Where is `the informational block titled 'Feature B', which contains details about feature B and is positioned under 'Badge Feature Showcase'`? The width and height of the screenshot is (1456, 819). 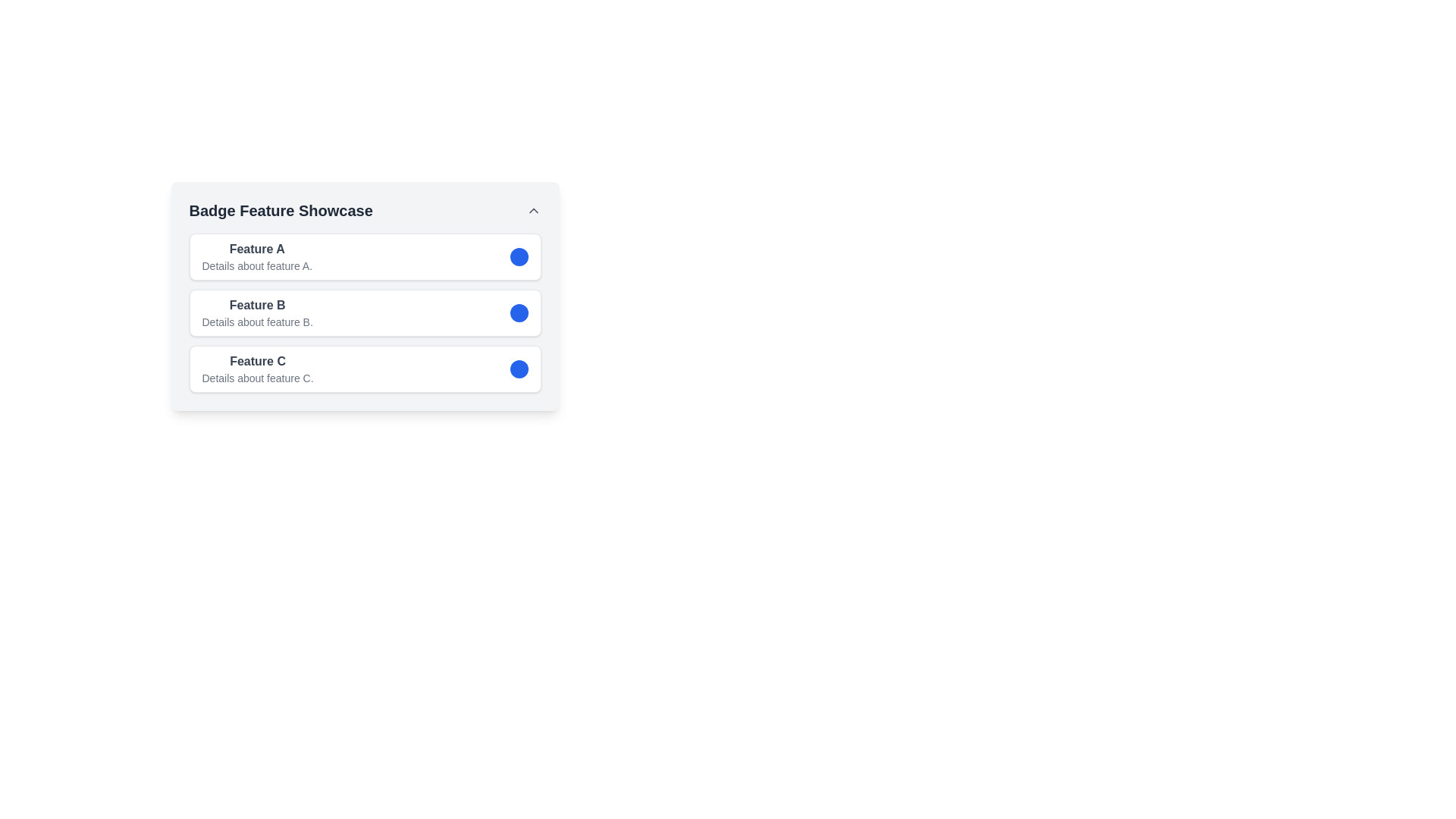 the informational block titled 'Feature B', which contains details about feature B and is positioned under 'Badge Feature Showcase' is located at coordinates (257, 312).